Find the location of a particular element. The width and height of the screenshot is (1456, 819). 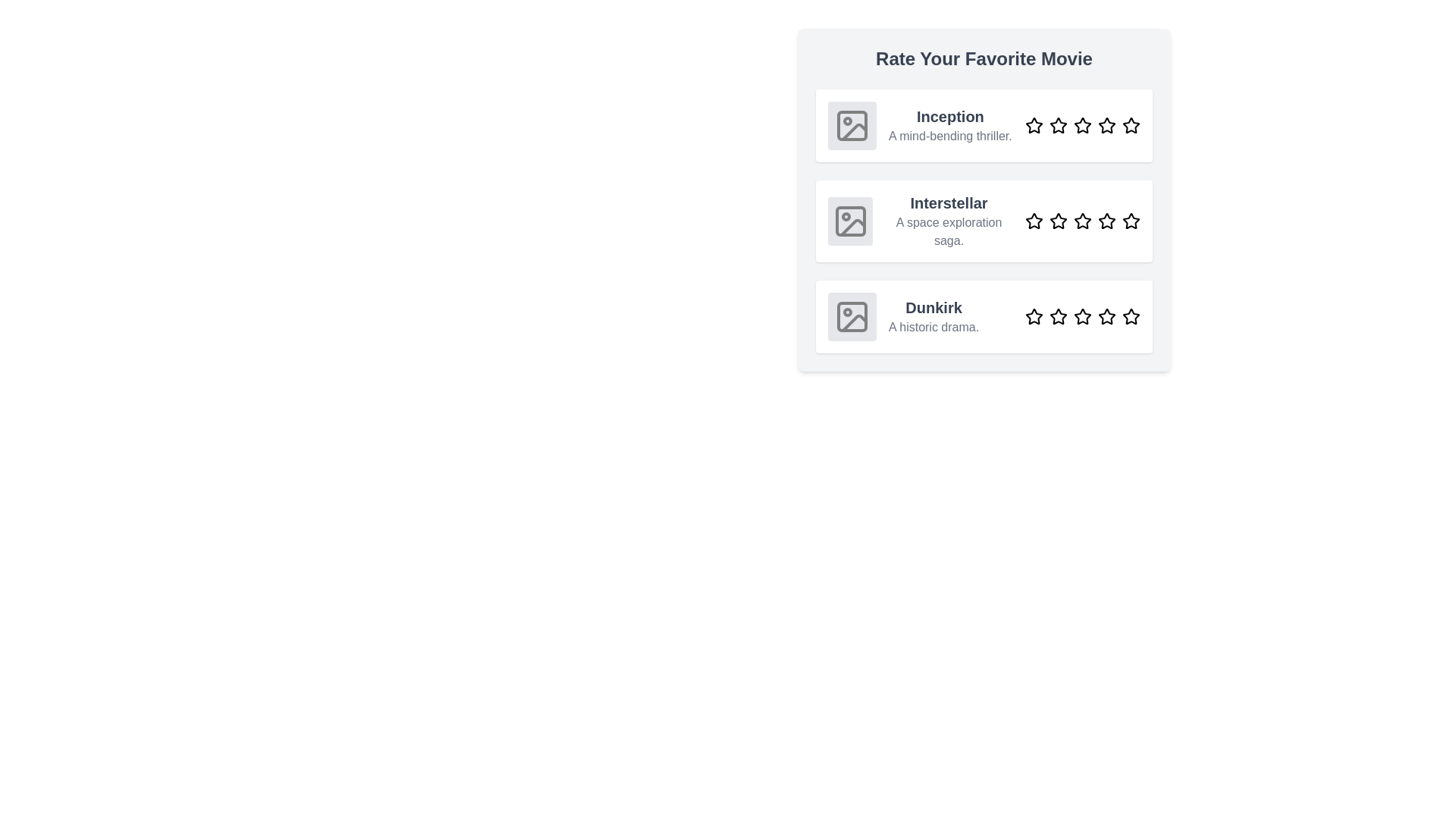

the movie thumbnail icon for 'Inception', which is located in the first row of a vertical list layout, to the left of the text 'Inception' and the subtext 'A mind-bending thriller' is located at coordinates (852, 124).